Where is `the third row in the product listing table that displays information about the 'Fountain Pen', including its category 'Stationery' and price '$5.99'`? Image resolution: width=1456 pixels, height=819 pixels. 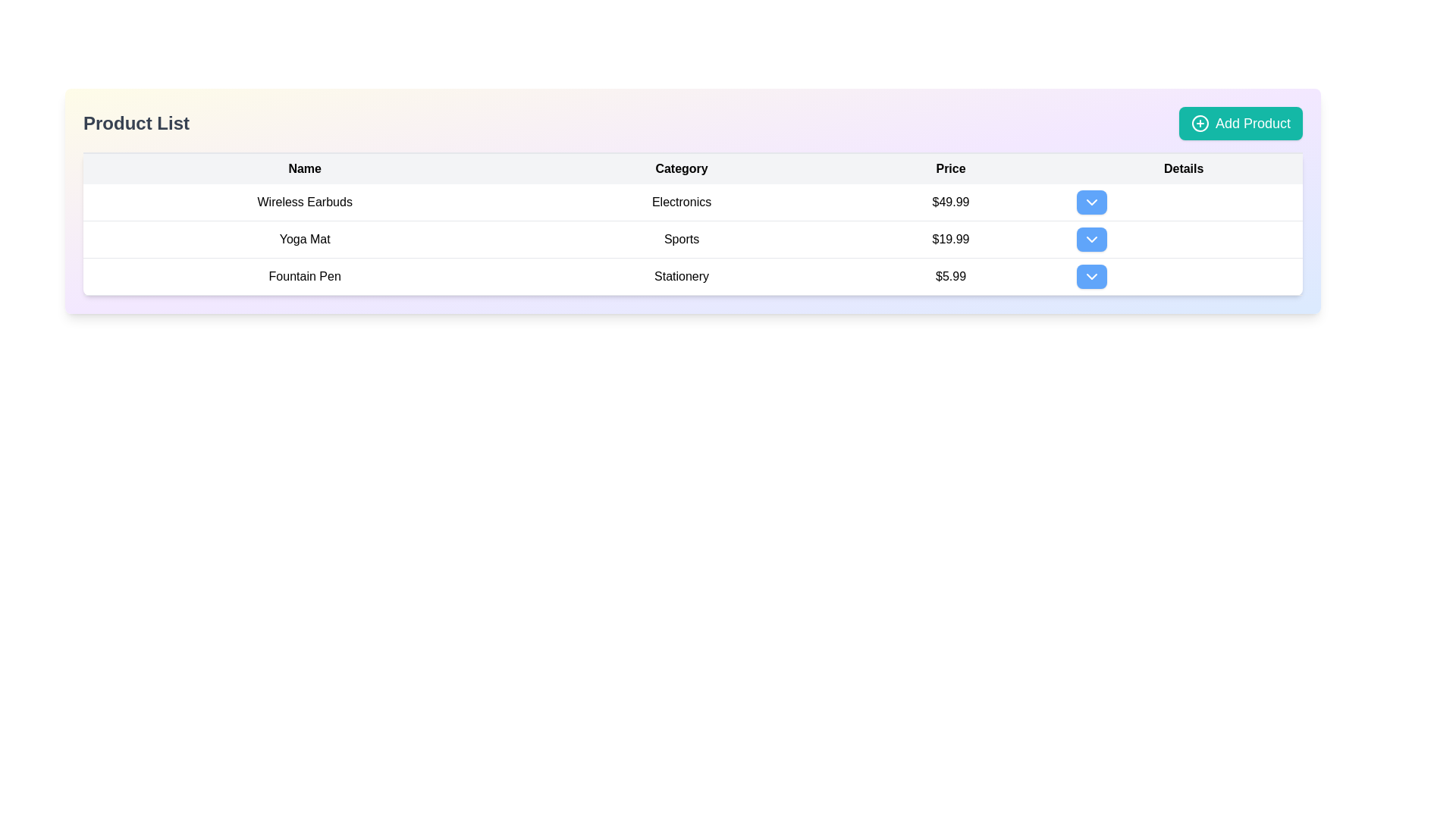
the third row in the product listing table that displays information about the 'Fountain Pen', including its category 'Stationery' and price '$5.99' is located at coordinates (692, 277).